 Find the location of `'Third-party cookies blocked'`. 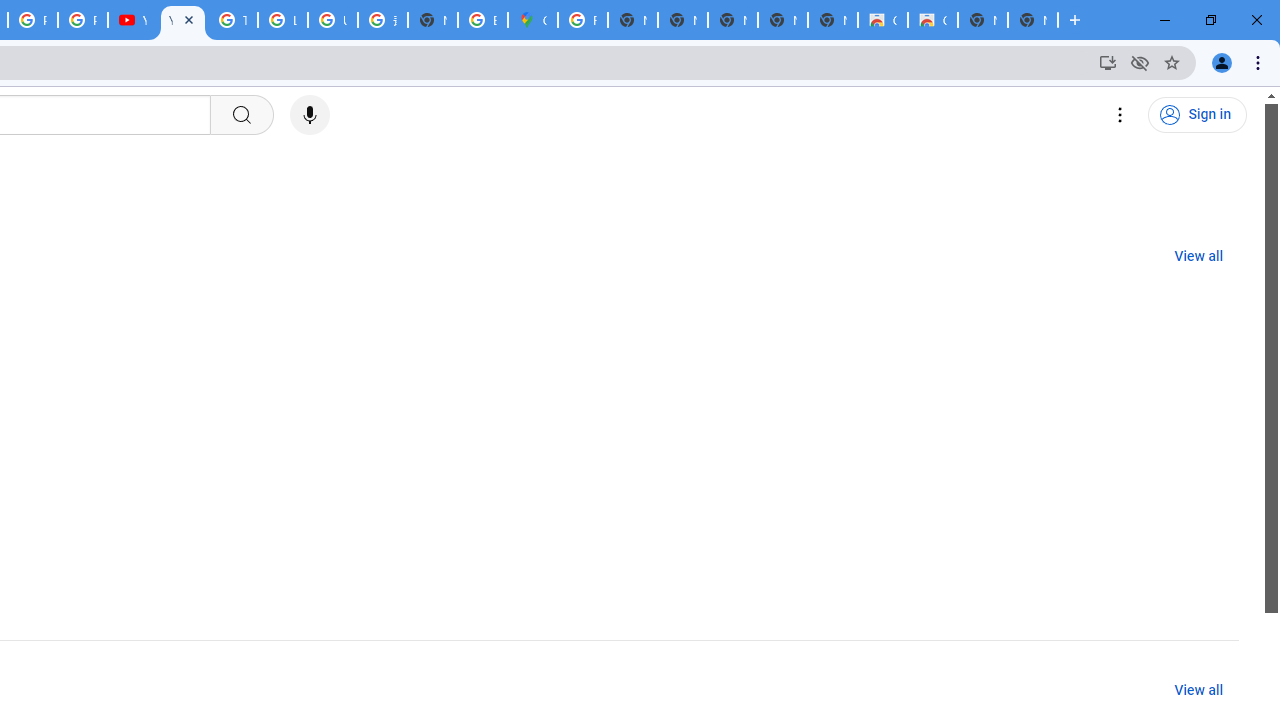

'Third-party cookies blocked' is located at coordinates (1139, 61).